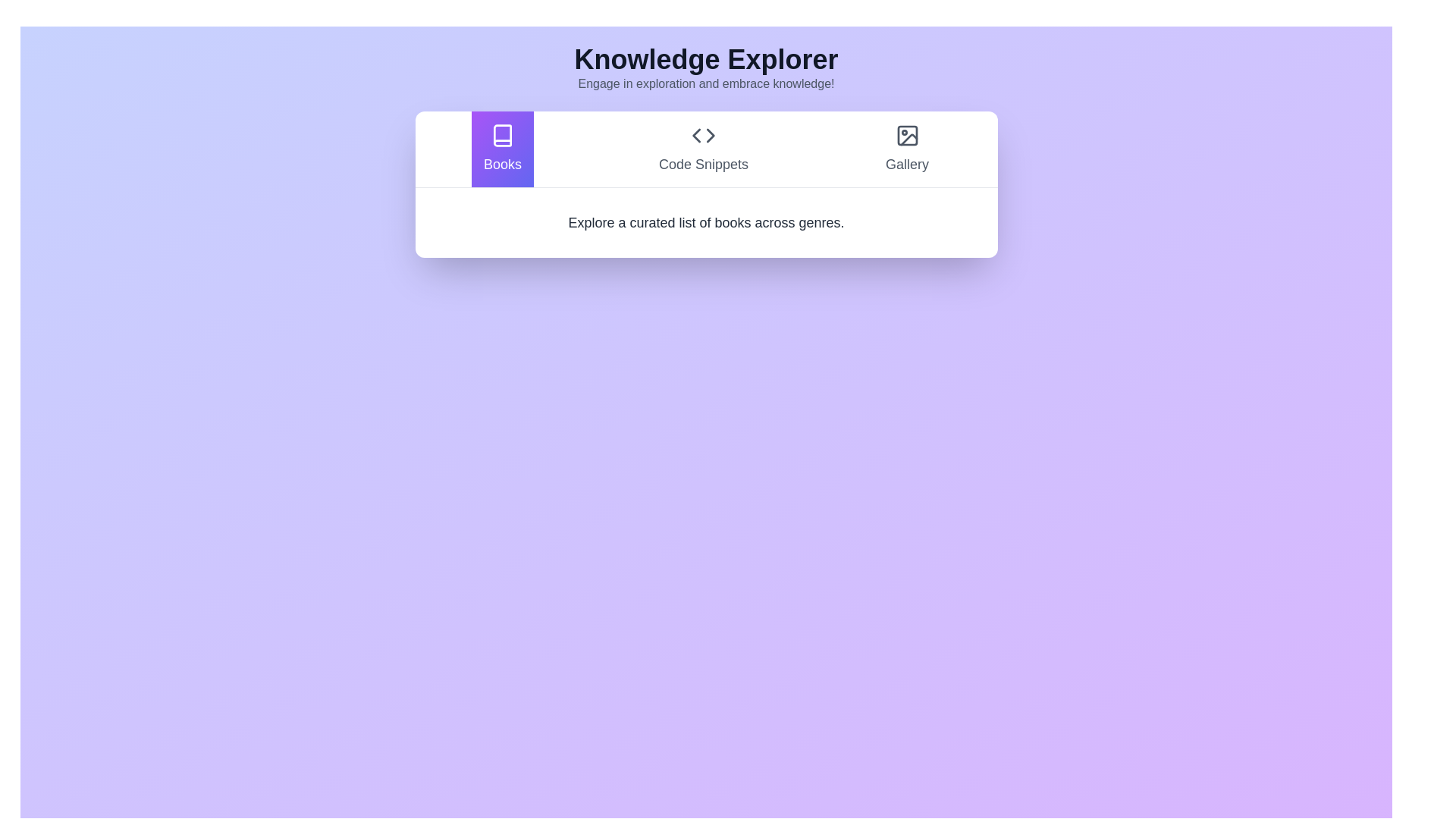 The image size is (1456, 819). I want to click on the Code Snippets tab to switch the content, so click(702, 149).